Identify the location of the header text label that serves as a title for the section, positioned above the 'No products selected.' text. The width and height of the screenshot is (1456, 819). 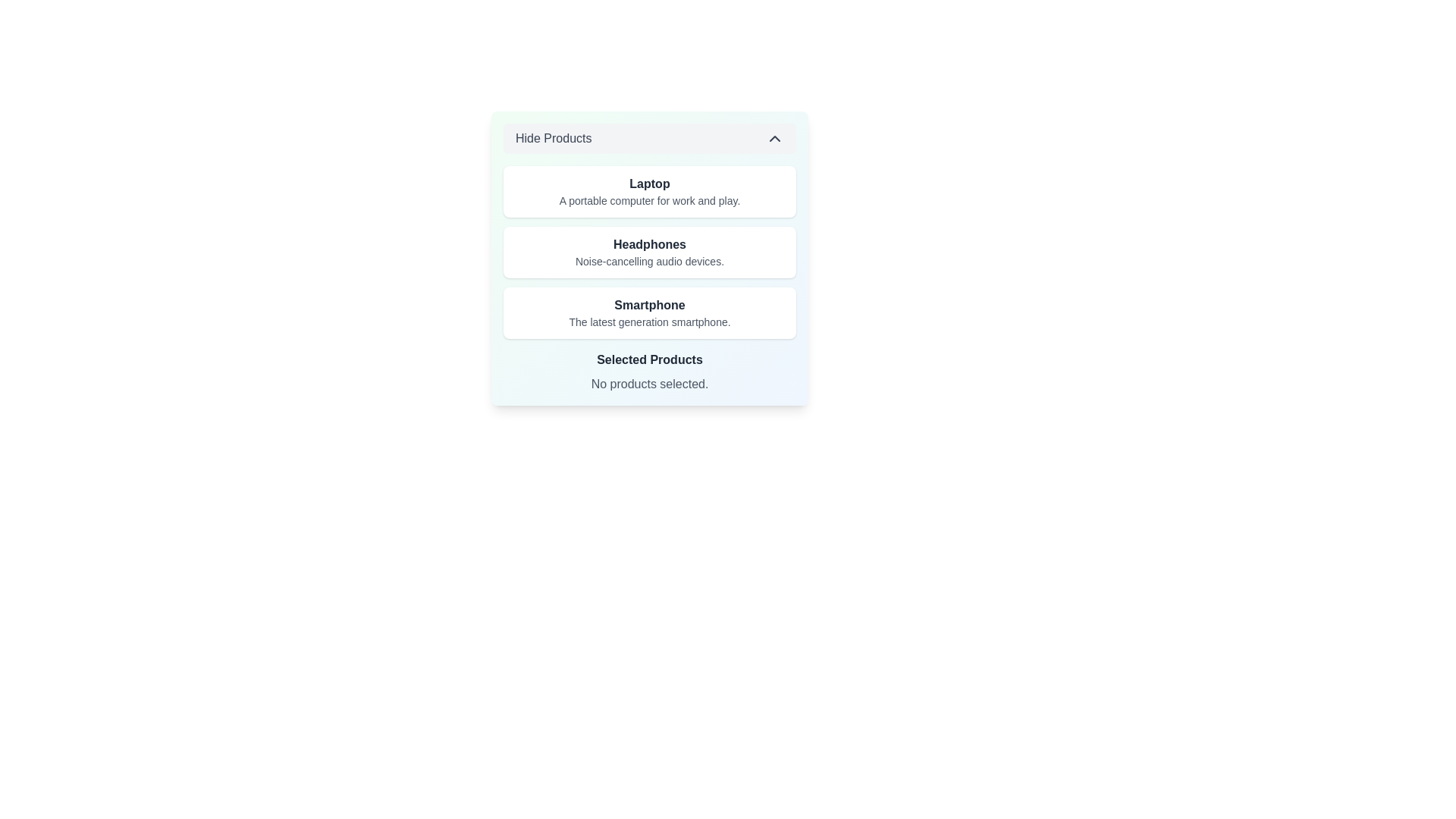
(650, 359).